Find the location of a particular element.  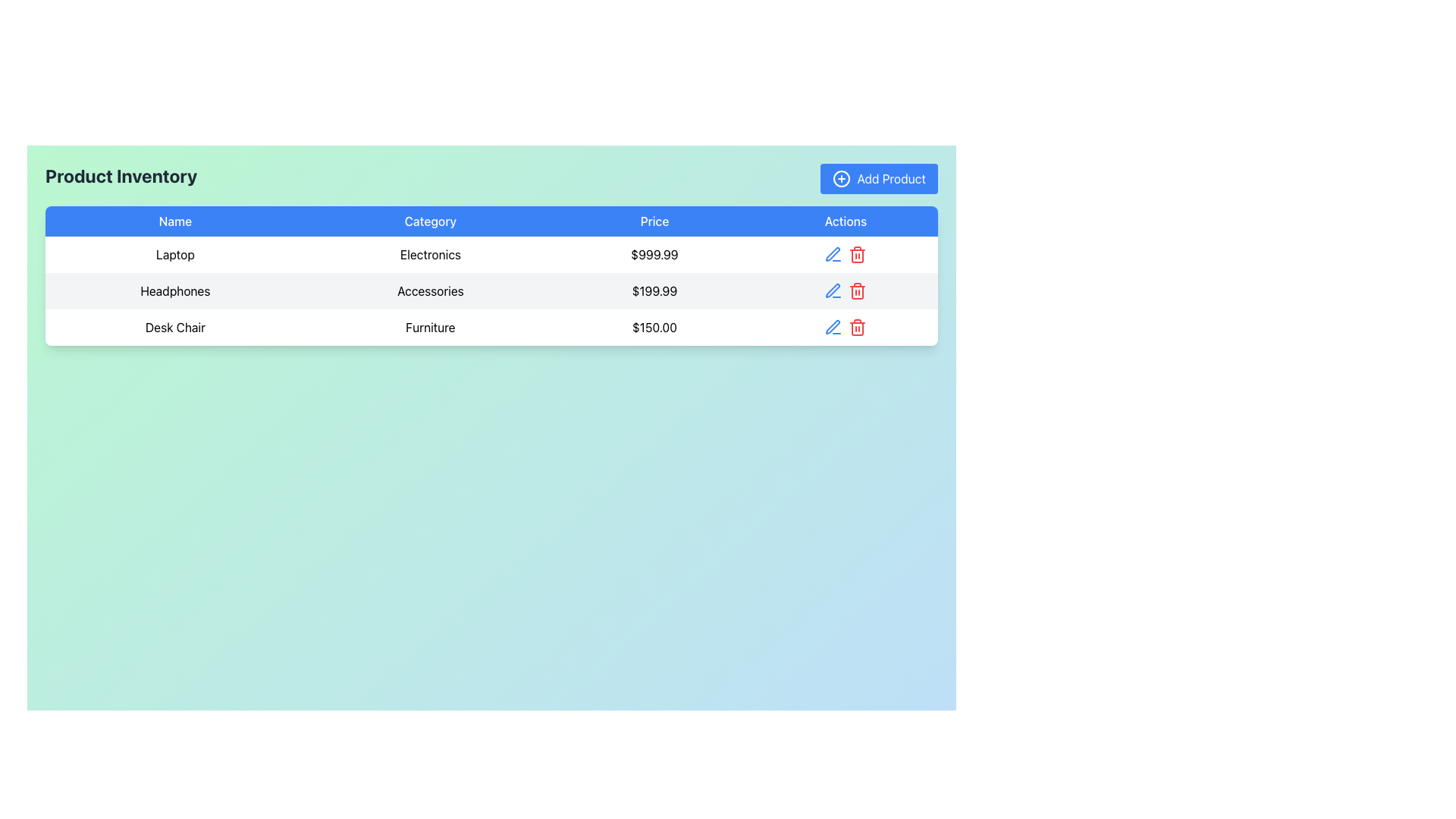

the third column header in the table that displays prices, located between 'Category' and 'Actions' is located at coordinates (654, 221).